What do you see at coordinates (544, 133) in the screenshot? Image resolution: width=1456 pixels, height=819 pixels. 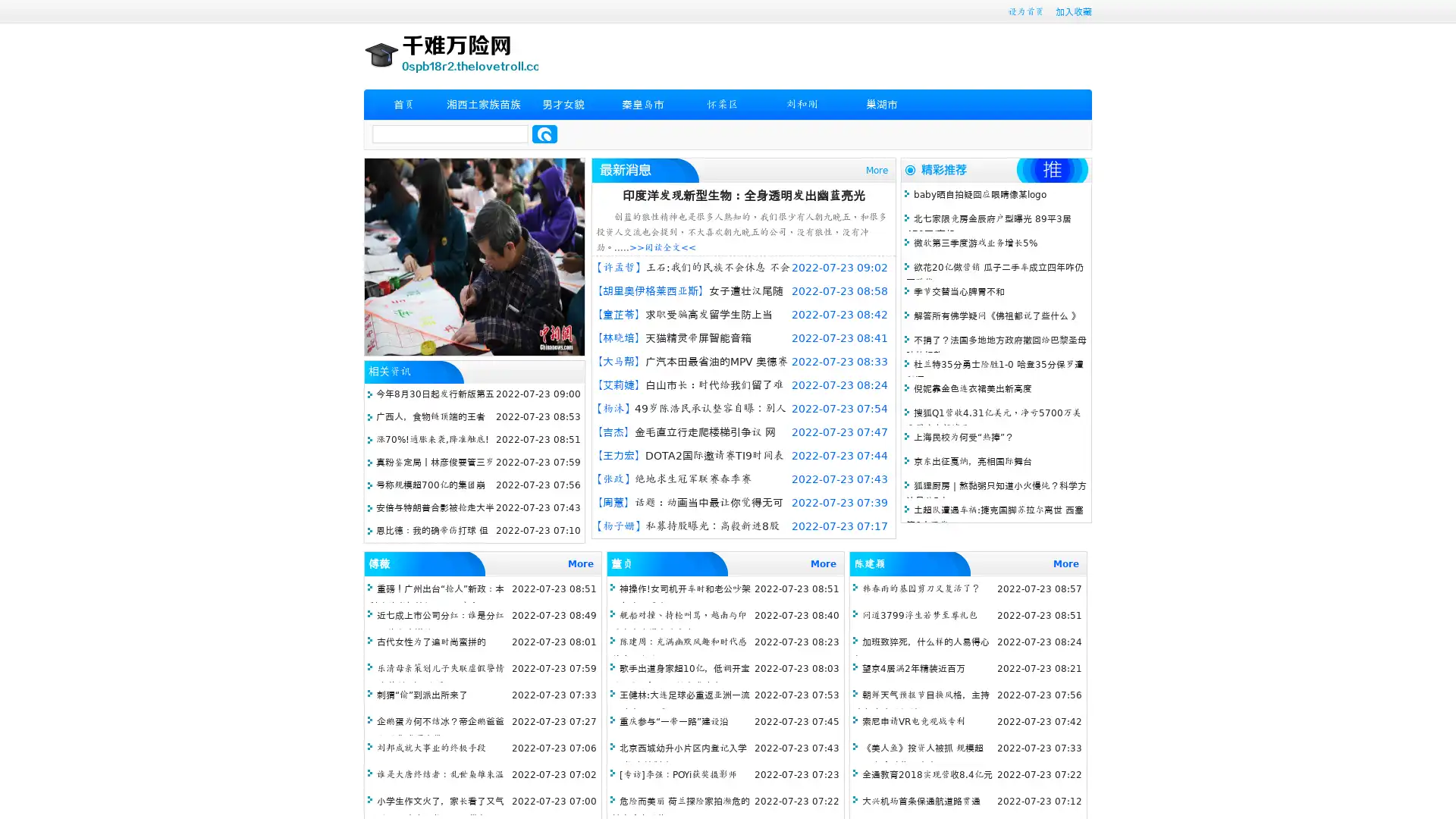 I see `Search` at bounding box center [544, 133].